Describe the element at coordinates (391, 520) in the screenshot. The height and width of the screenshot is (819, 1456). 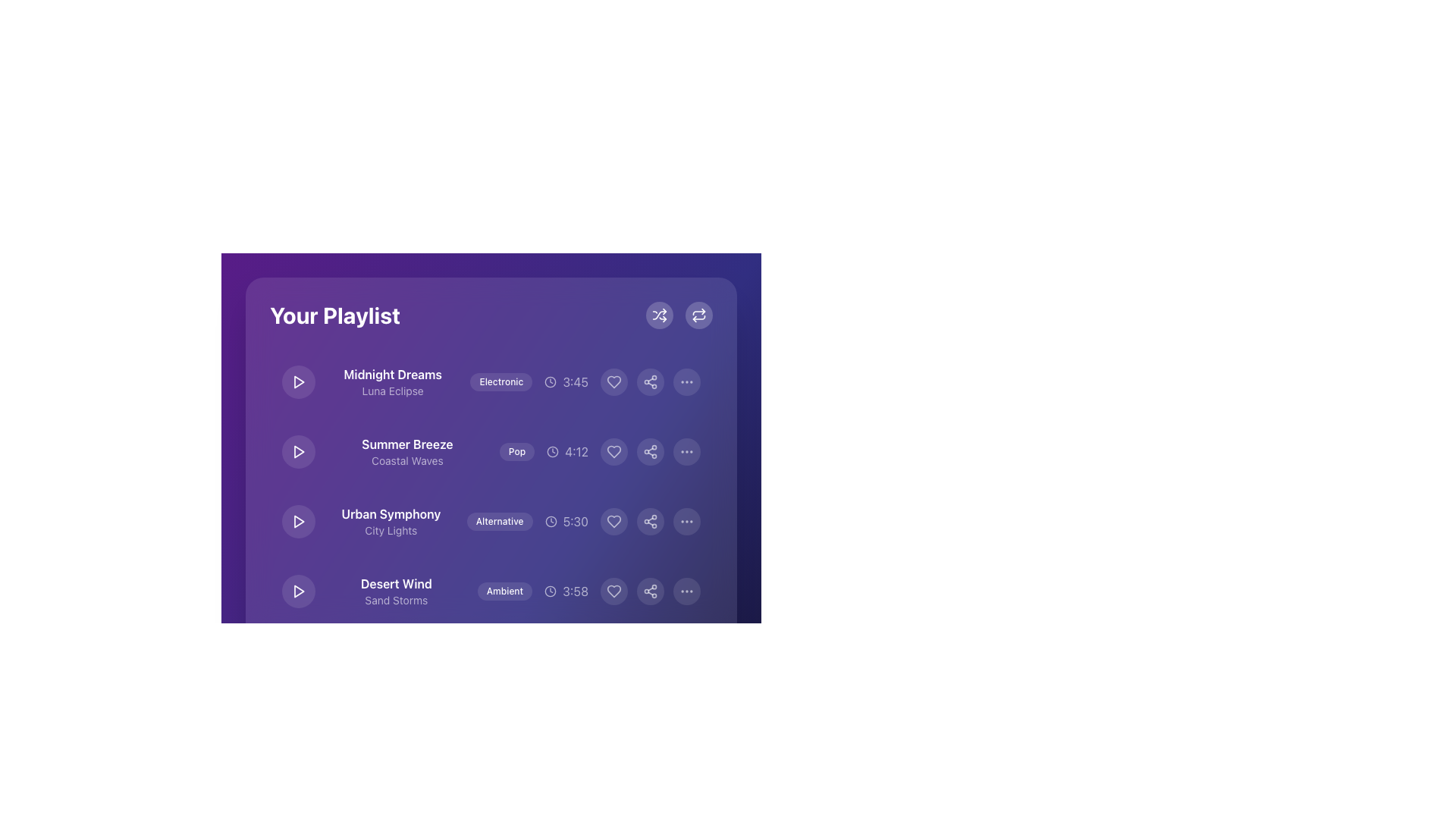
I see `information displayed in the Text Label titled 'Urban Symphony' with the subtitle 'City Lights' which is the third entry in the playlist, located between 'Summer Breeze' and 'Desert Wind'` at that location.